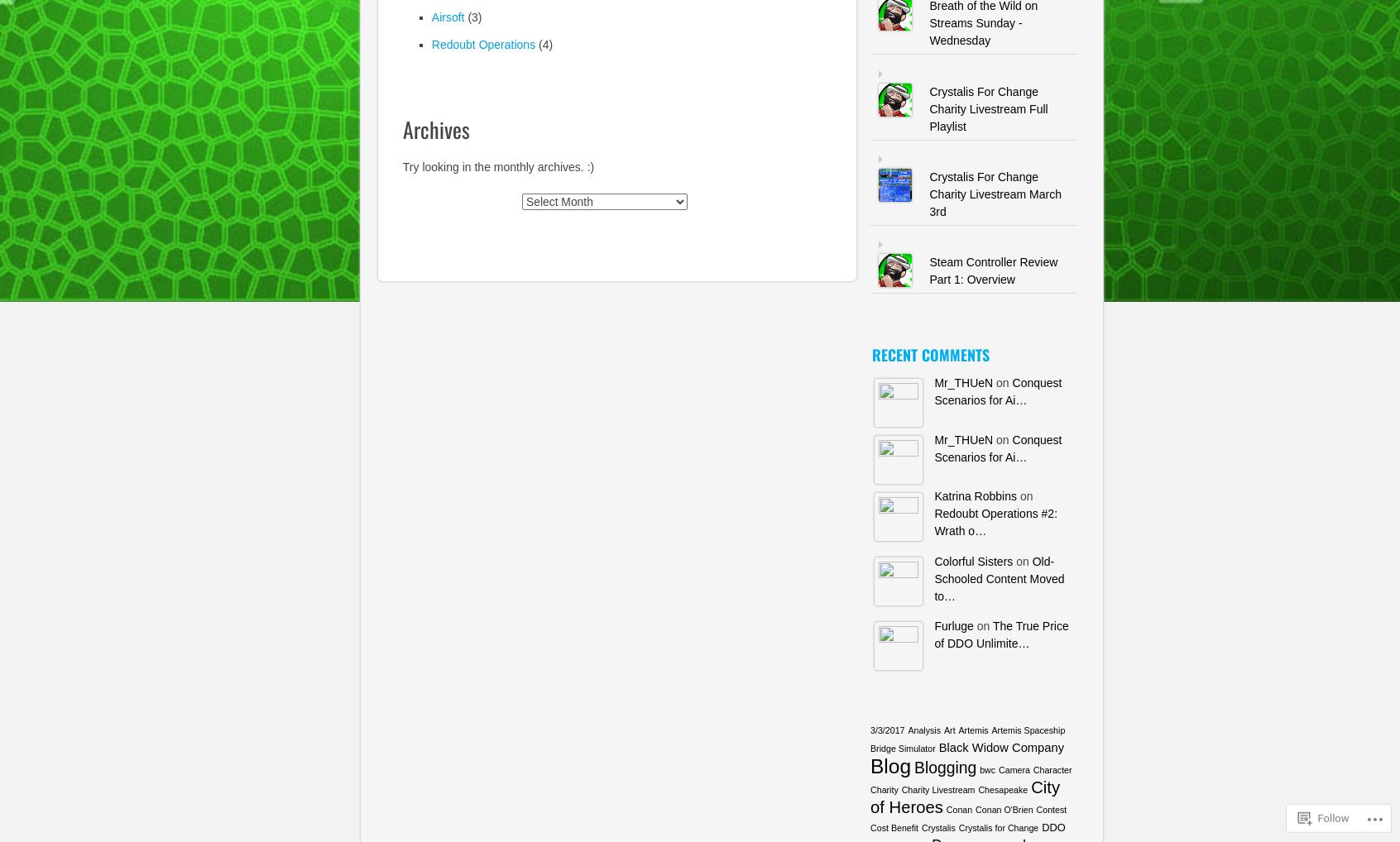 The image size is (1400, 842). I want to click on 'Artemis Spaceship Bridge Simulator', so click(966, 738).